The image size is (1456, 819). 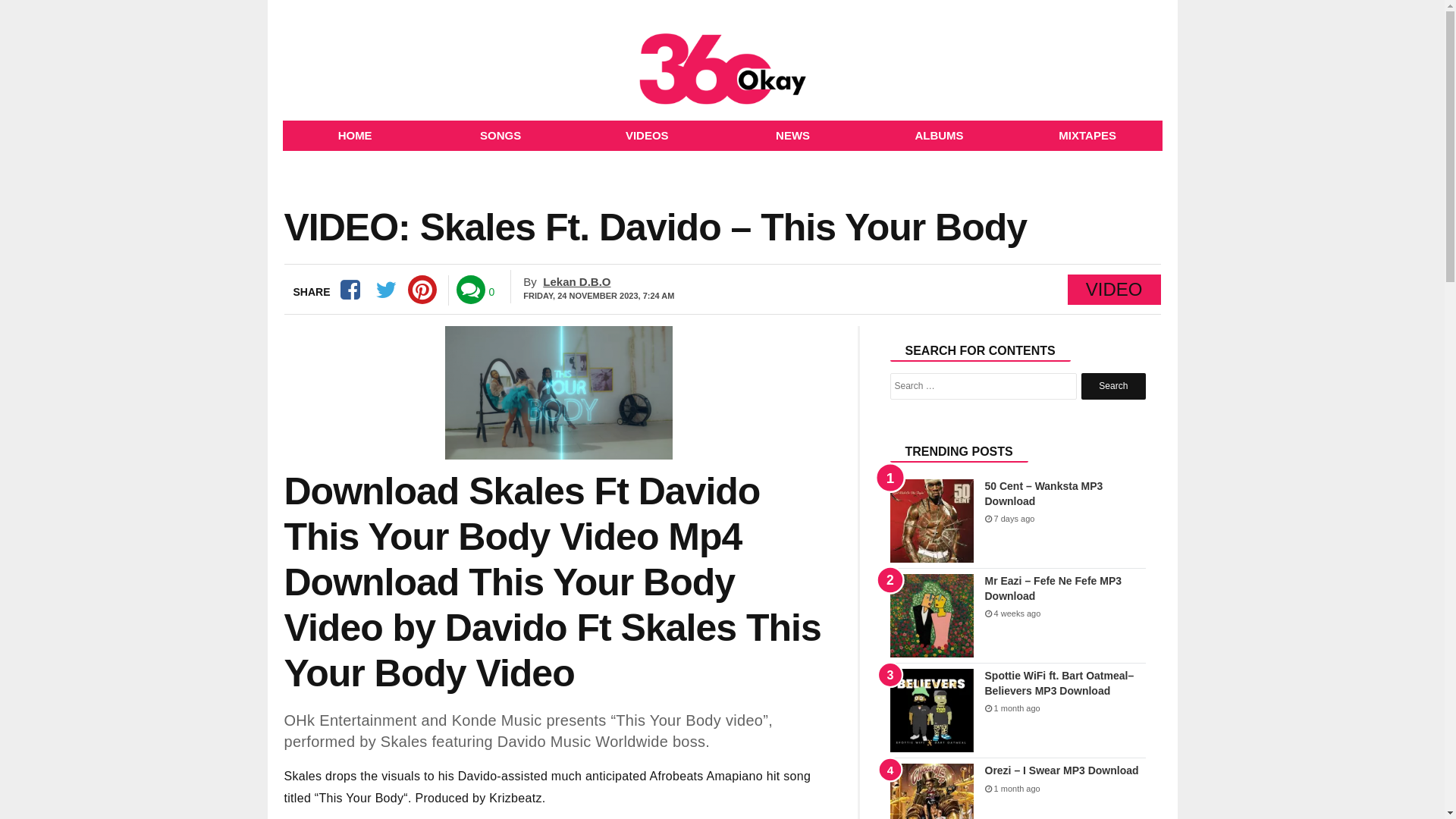 What do you see at coordinates (491, 292) in the screenshot?
I see `'0'` at bounding box center [491, 292].